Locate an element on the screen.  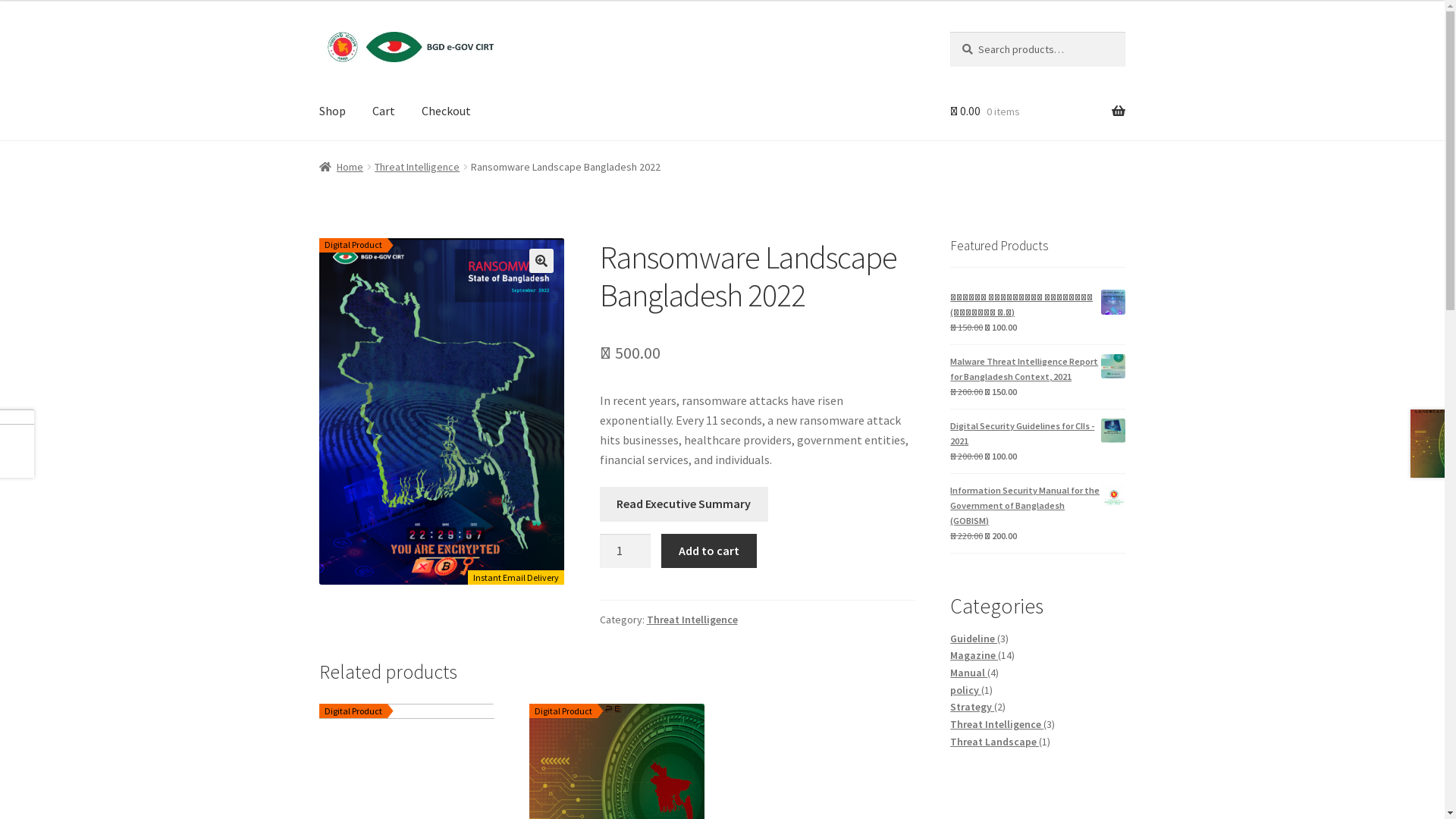
'policy' is located at coordinates (965, 690).